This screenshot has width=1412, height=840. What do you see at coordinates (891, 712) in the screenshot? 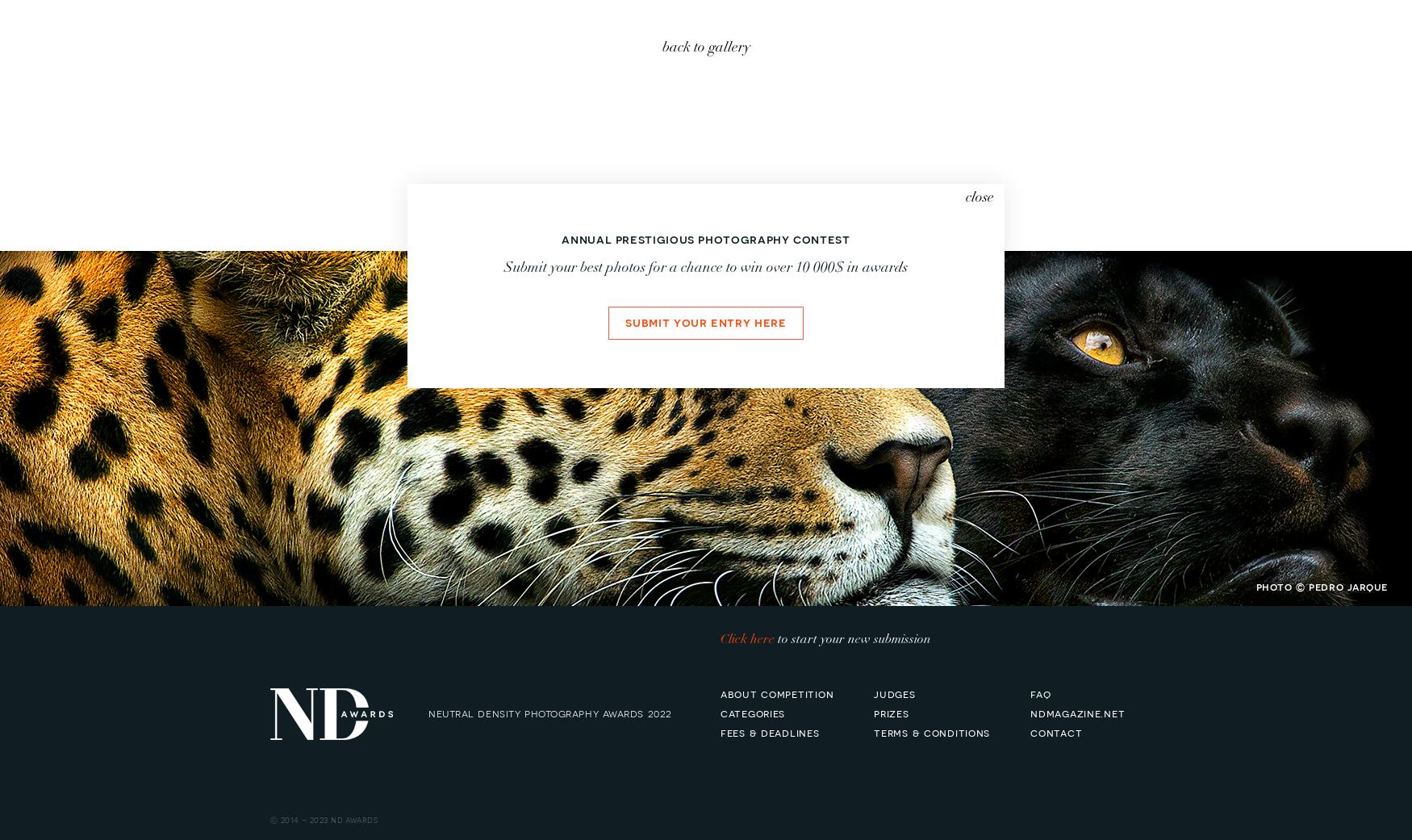
I see `'prizes'` at bounding box center [891, 712].